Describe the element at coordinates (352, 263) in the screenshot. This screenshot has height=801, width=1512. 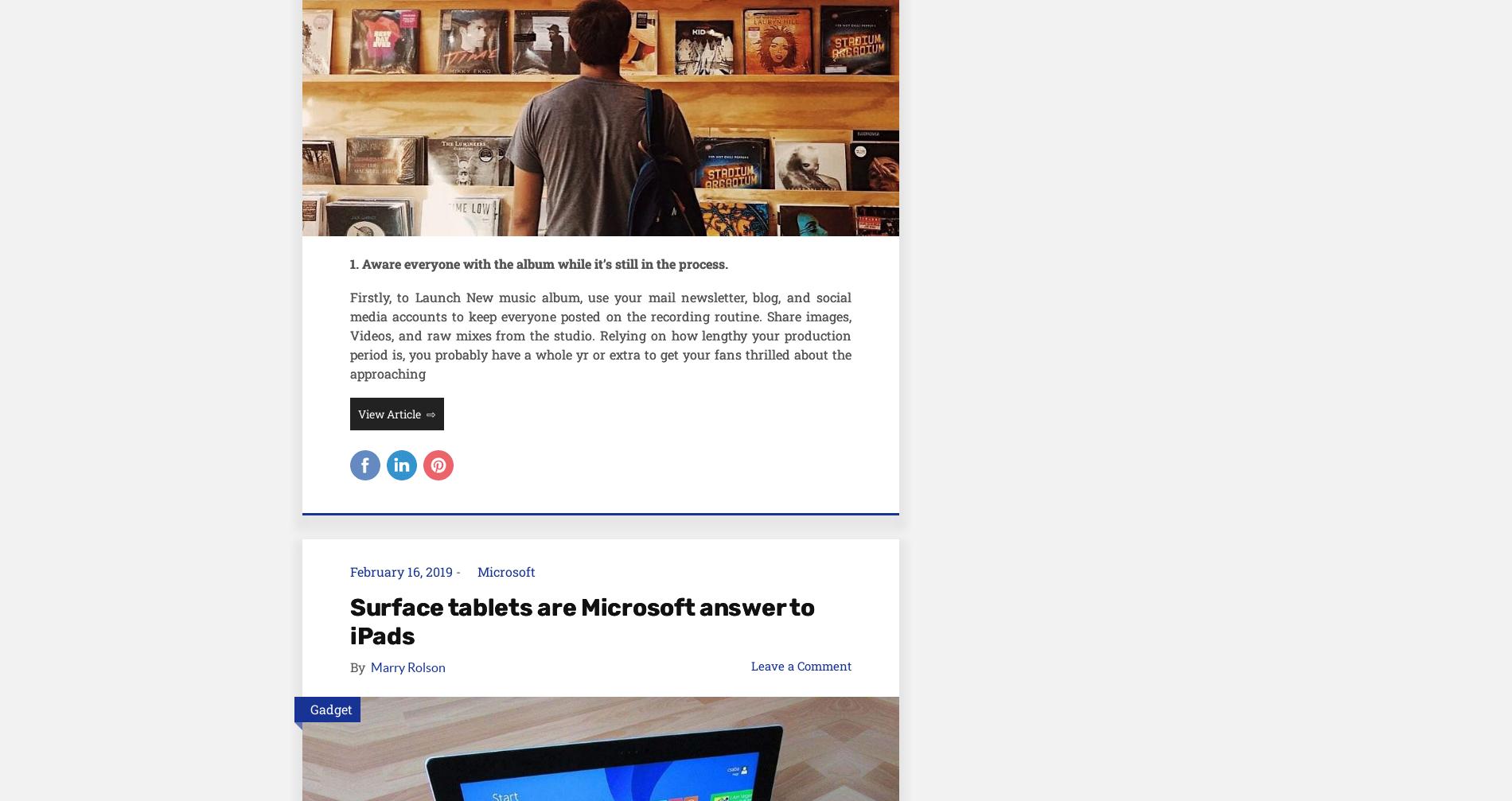
I see `'1'` at that location.